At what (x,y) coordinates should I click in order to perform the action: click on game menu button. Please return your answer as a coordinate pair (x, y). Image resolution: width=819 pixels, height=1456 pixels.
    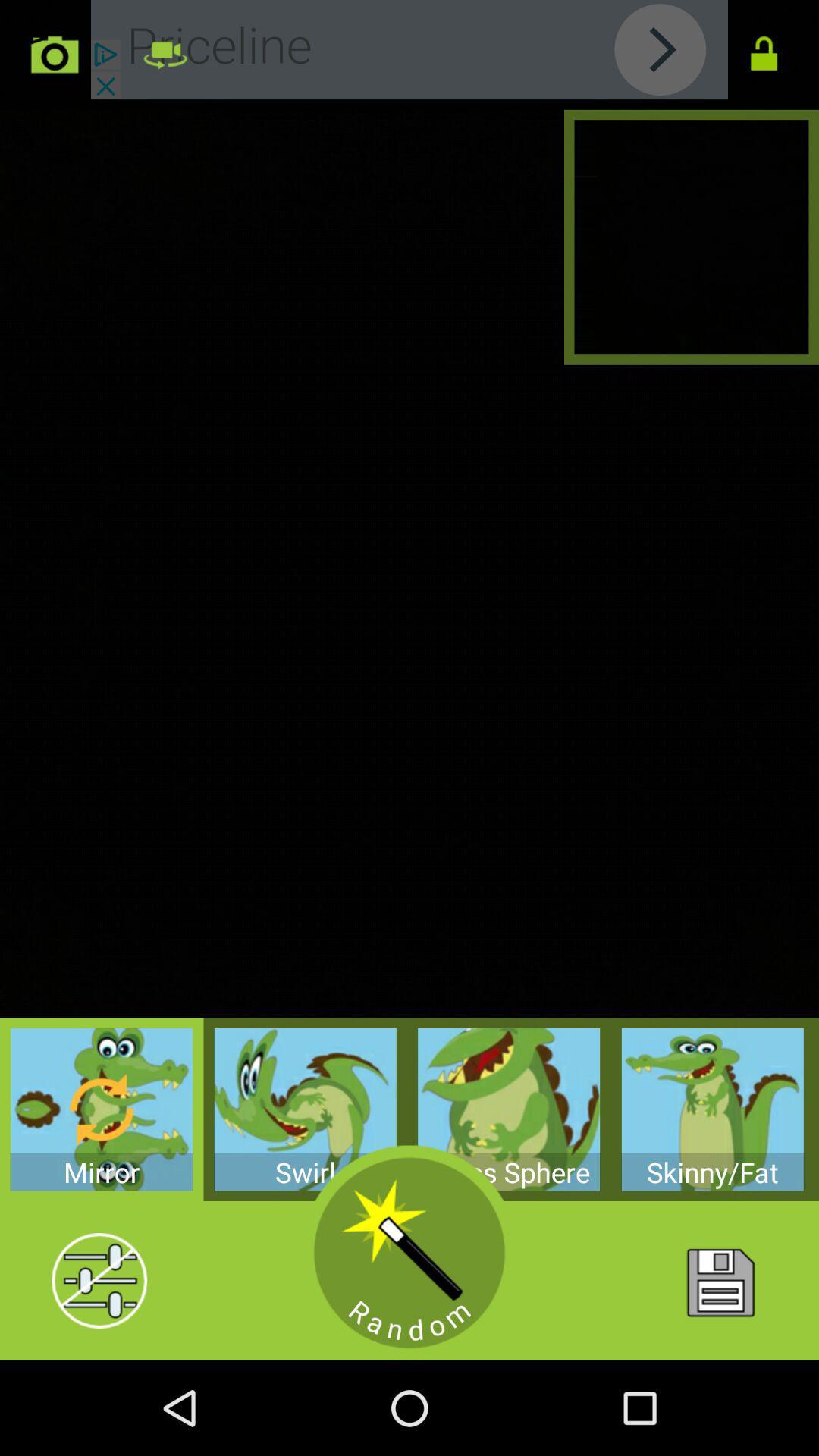
    Looking at the image, I should click on (718, 1280).